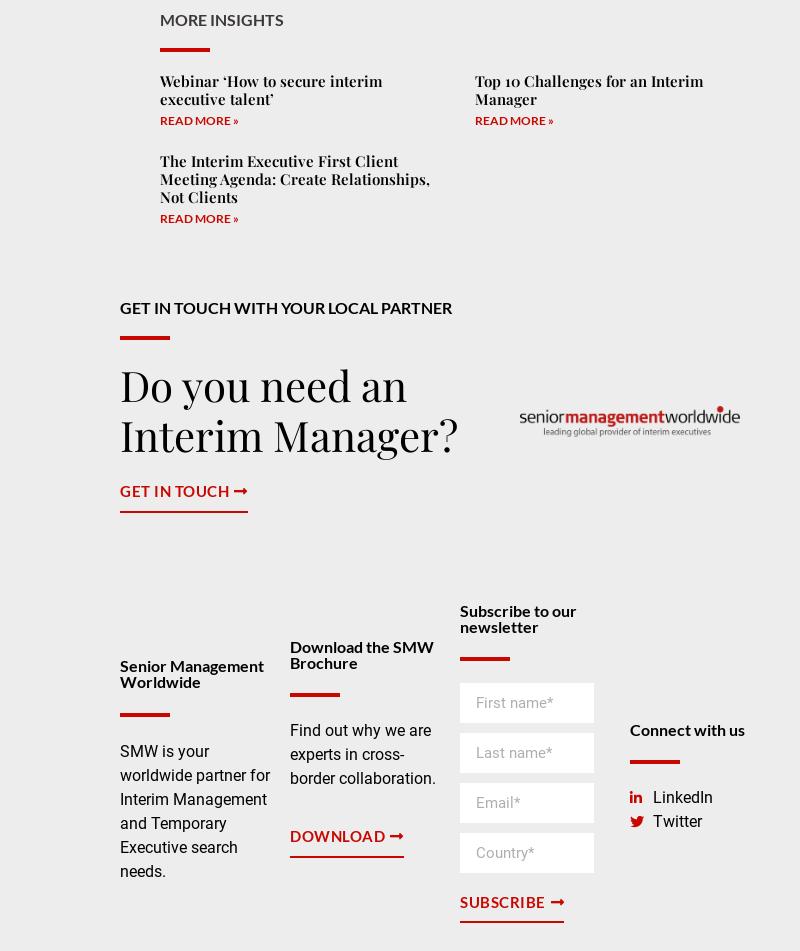 This screenshot has height=951, width=800. Describe the element at coordinates (362, 752) in the screenshot. I see `'Find out why we are experts in cross-border collaboration.'` at that location.